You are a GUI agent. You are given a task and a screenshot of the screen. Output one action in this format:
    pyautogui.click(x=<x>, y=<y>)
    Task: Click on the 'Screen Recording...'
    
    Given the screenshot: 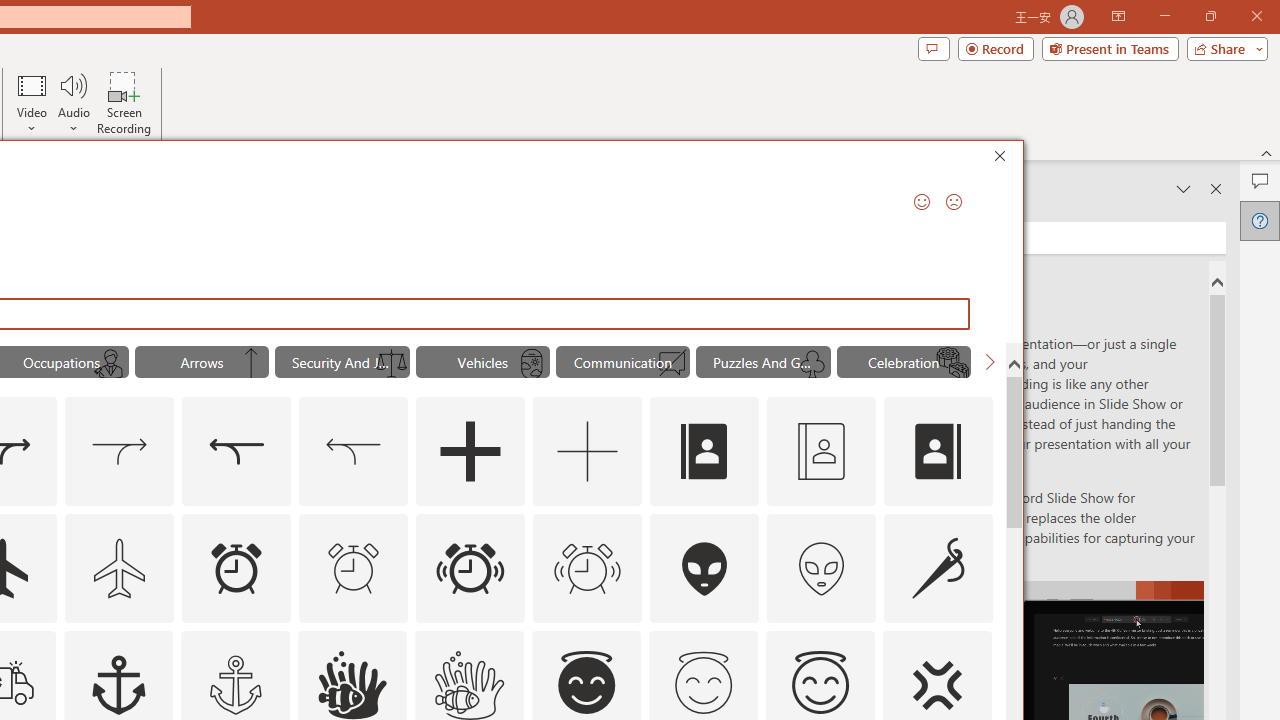 What is the action you would take?
    pyautogui.click(x=123, y=103)
    